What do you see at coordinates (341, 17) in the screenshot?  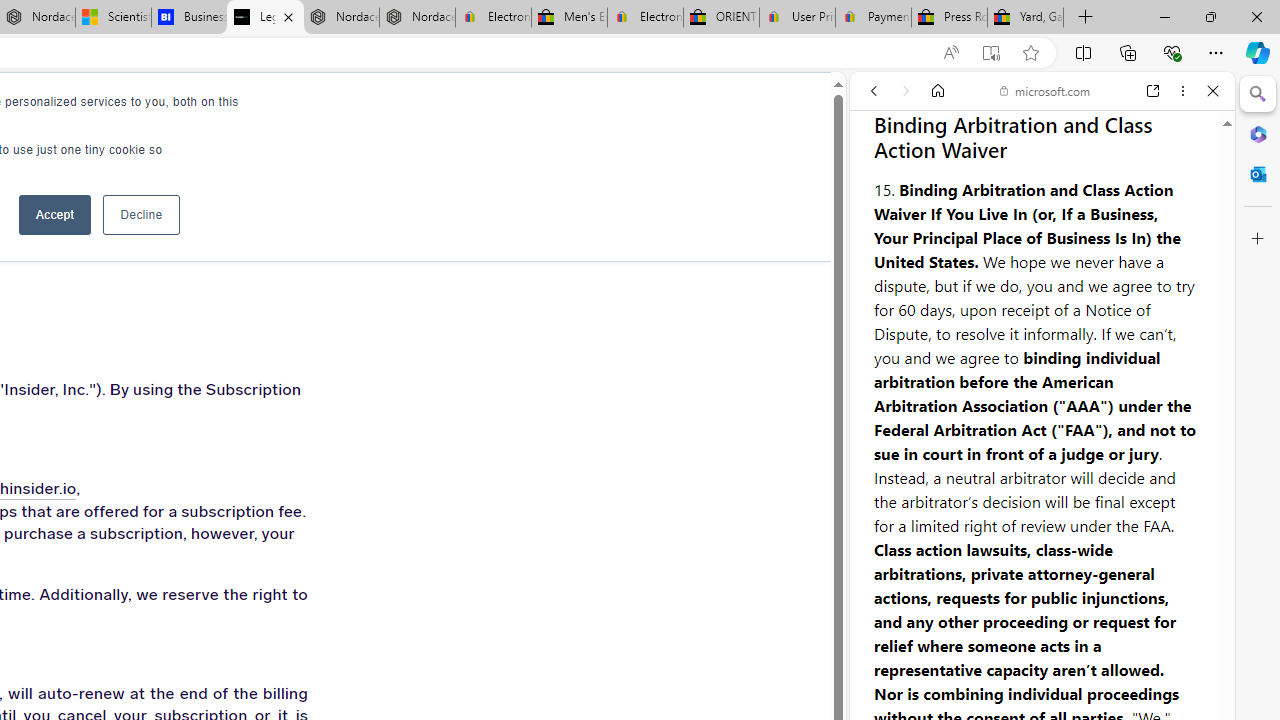 I see `'Nordace - Summer Adventures 2024'` at bounding box center [341, 17].